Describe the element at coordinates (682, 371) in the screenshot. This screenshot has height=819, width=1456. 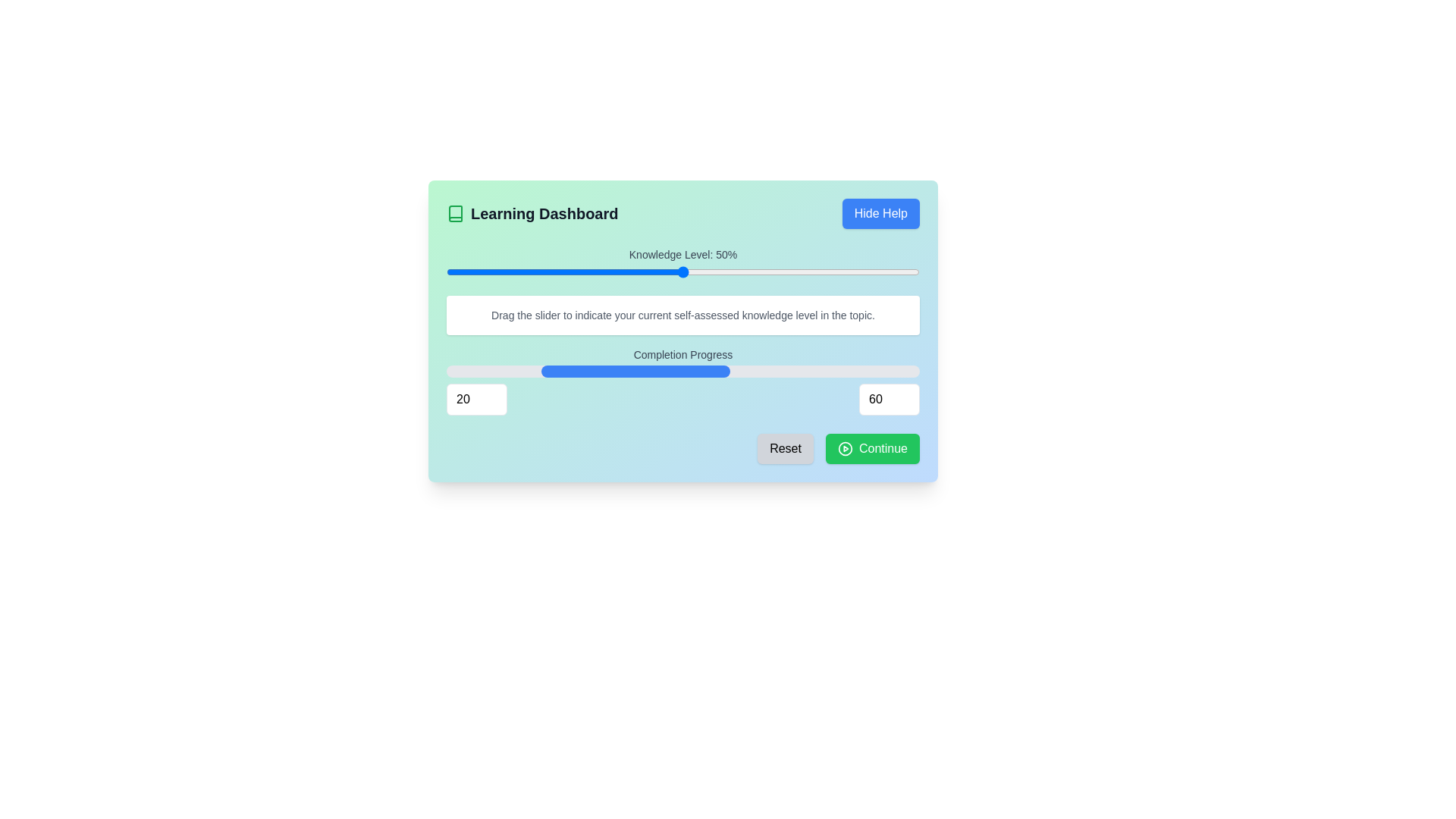
I see `the progress bar located under the 'Completion Progress' label, which is horizontally centered between the '20' and '60' input fields` at that location.